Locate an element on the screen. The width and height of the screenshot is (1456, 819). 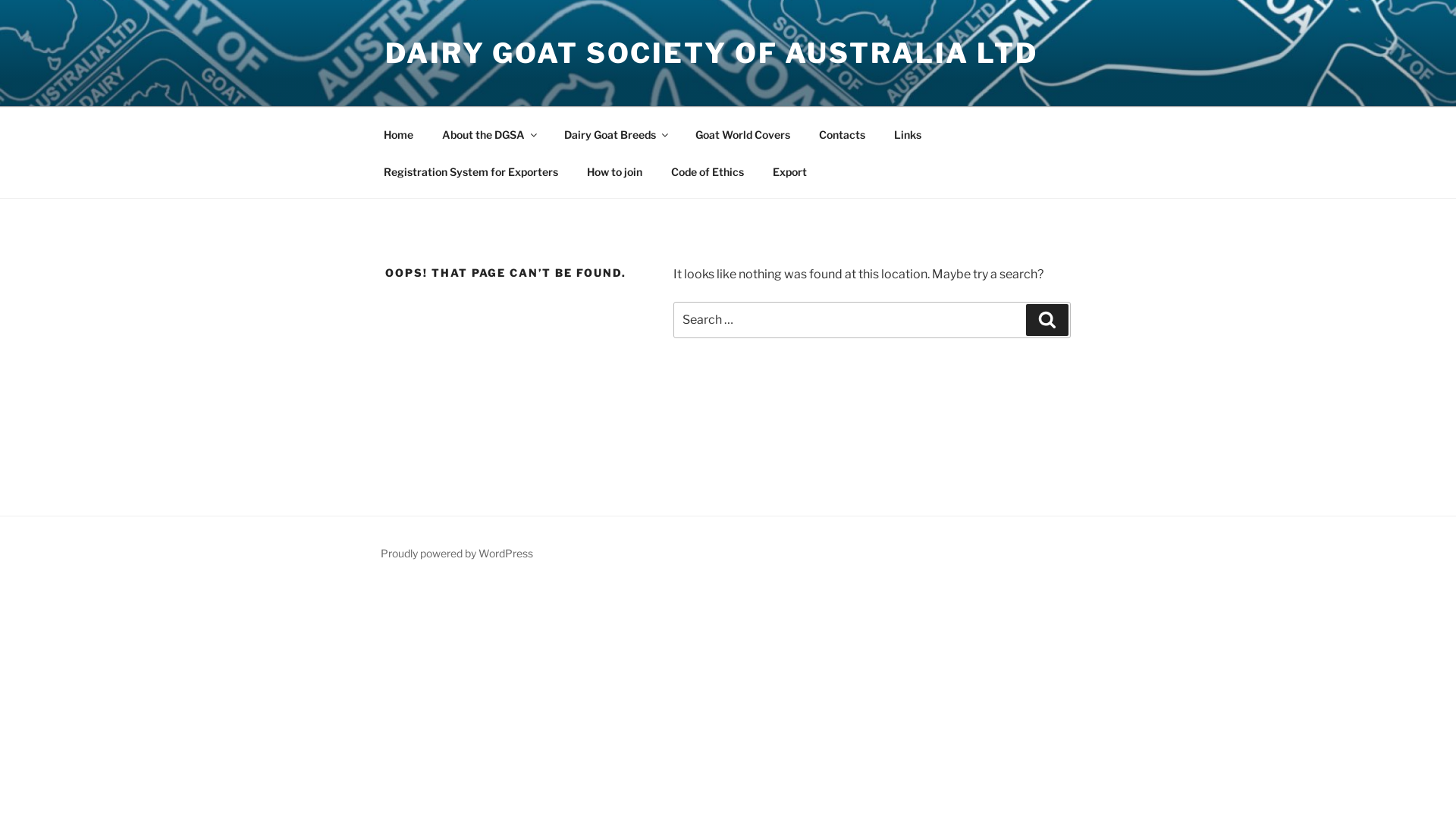
'Links' is located at coordinates (907, 133).